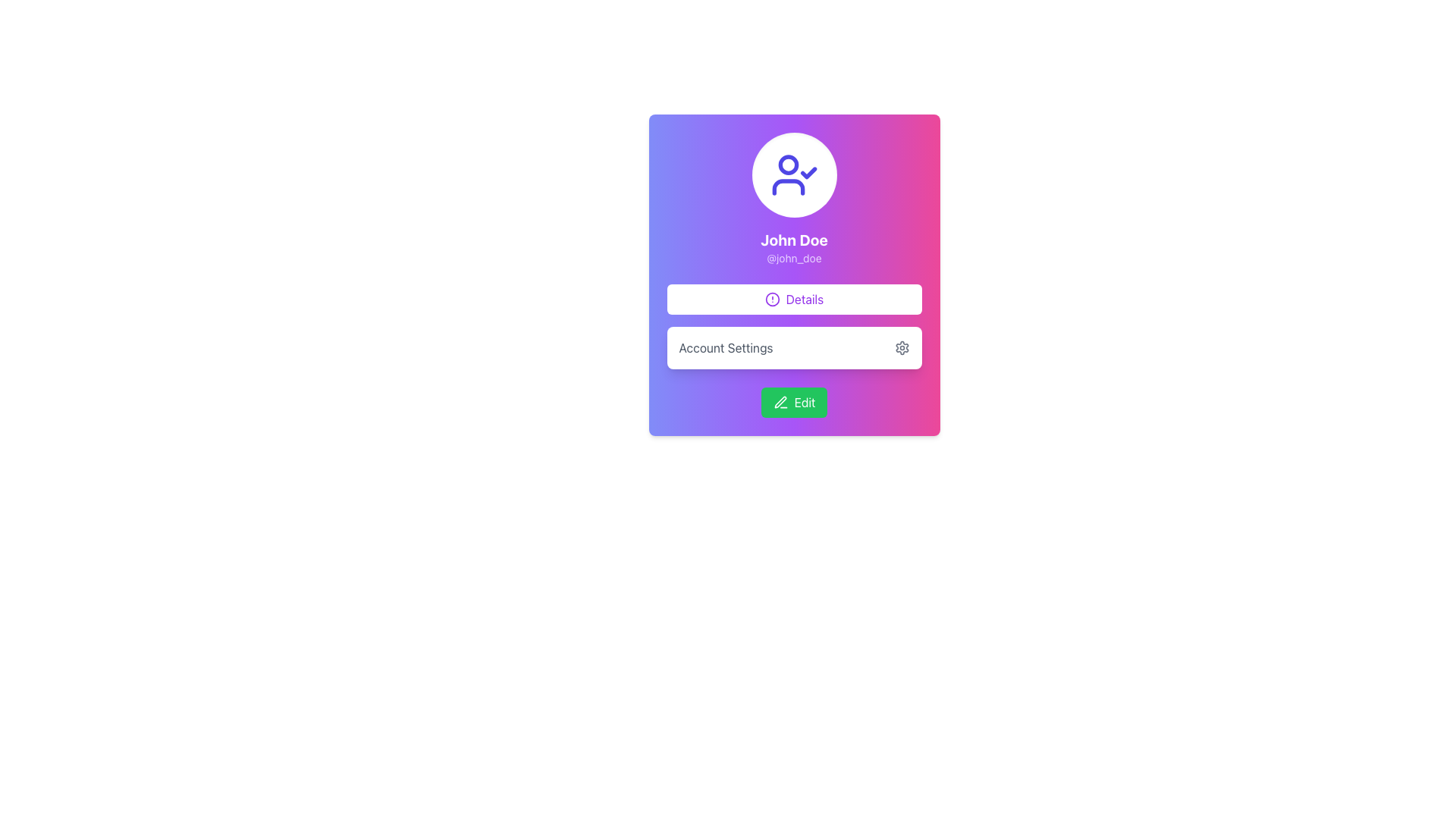 The image size is (1456, 819). I want to click on the button located beneath the 'John Doe' and '@john_doe' texts, which navigates to detailed user profile or account information, so click(793, 299).